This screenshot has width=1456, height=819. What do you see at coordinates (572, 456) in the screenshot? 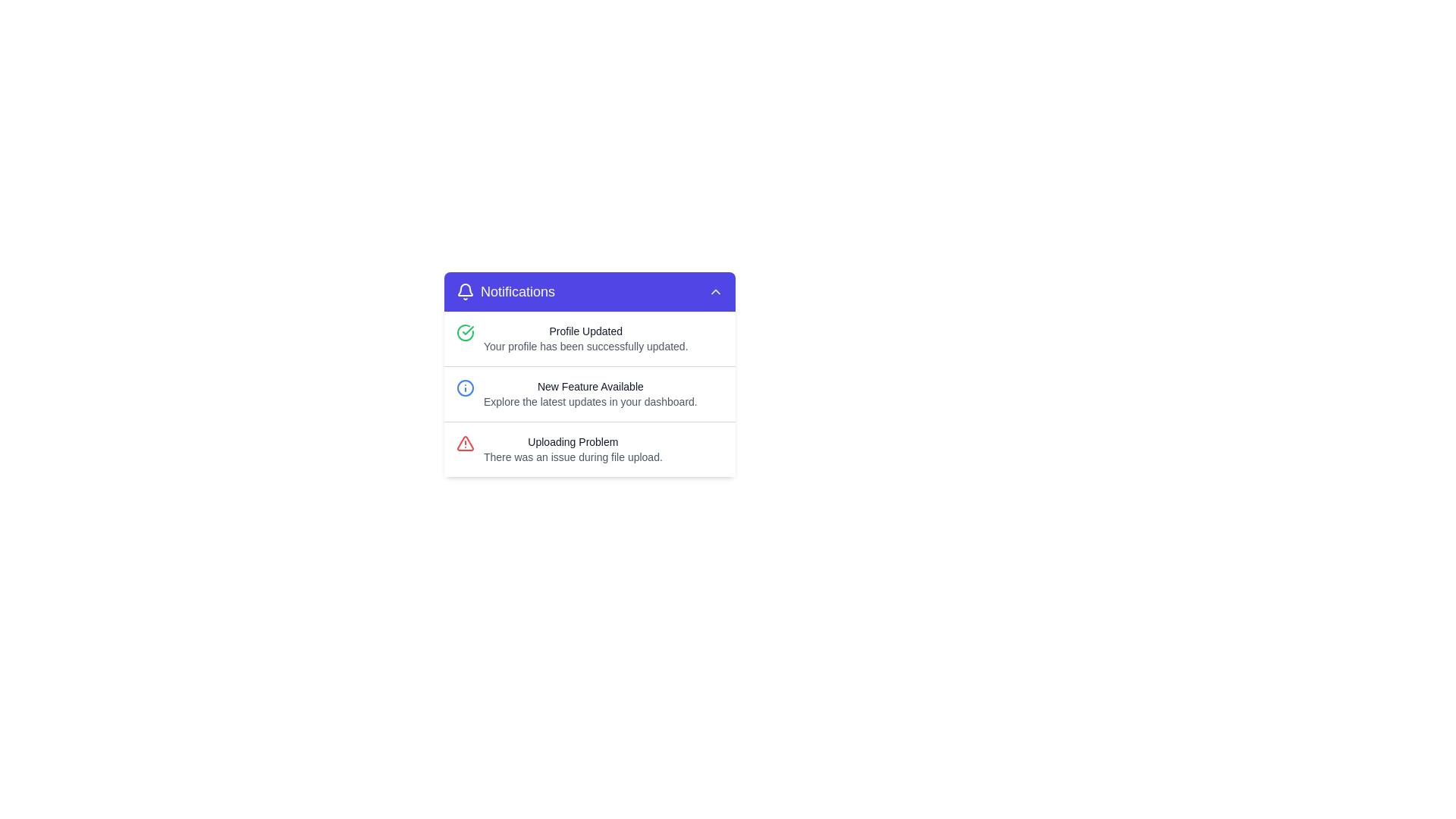
I see `text message that states 'There was an issue during file upload.' which is located beneath the bold title 'Uploading Problem' within the notification card` at bounding box center [572, 456].